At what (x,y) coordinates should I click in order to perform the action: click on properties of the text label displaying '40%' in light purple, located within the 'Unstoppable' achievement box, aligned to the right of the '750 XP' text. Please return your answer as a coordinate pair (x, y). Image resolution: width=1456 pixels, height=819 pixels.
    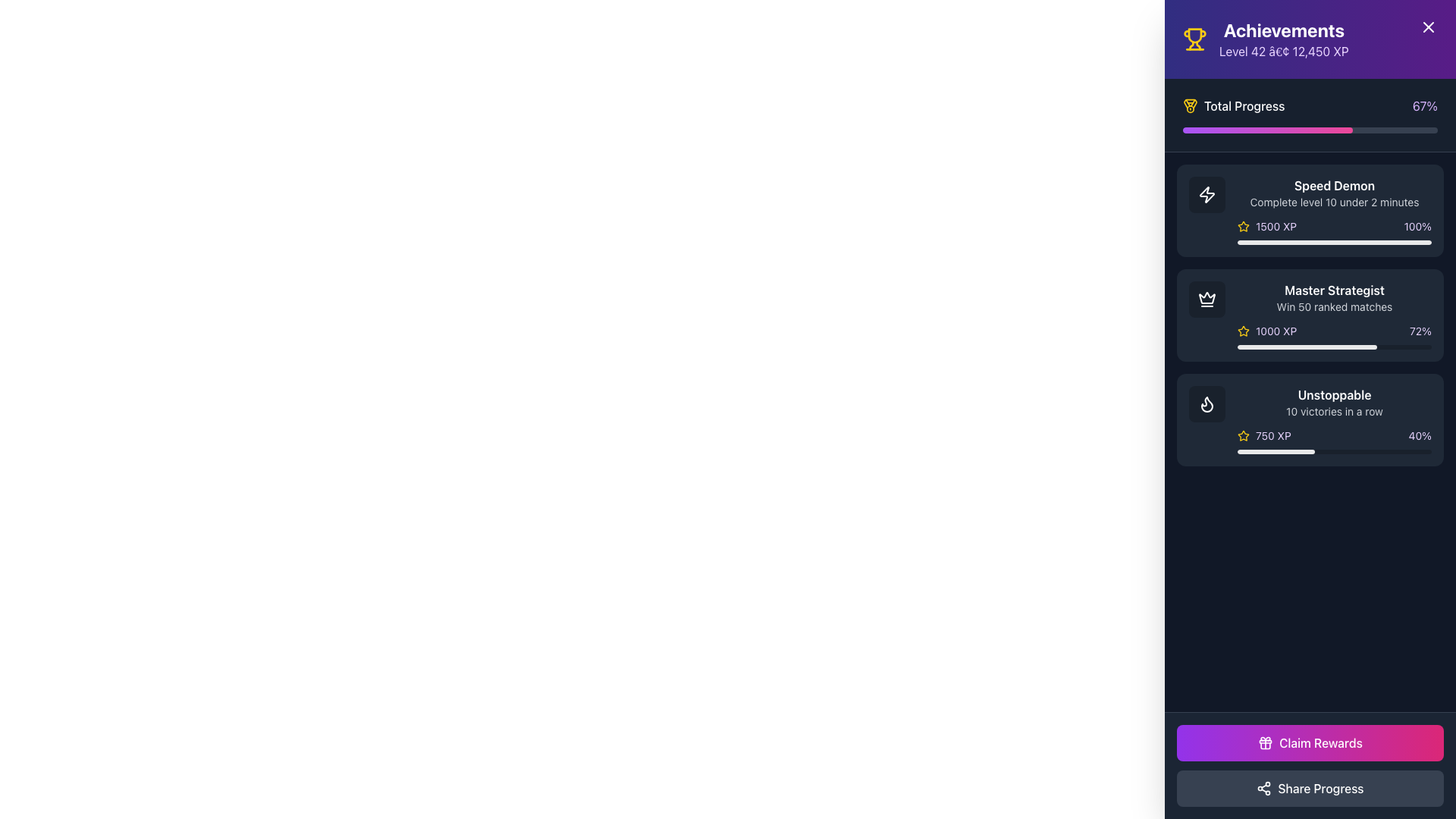
    Looking at the image, I should click on (1419, 435).